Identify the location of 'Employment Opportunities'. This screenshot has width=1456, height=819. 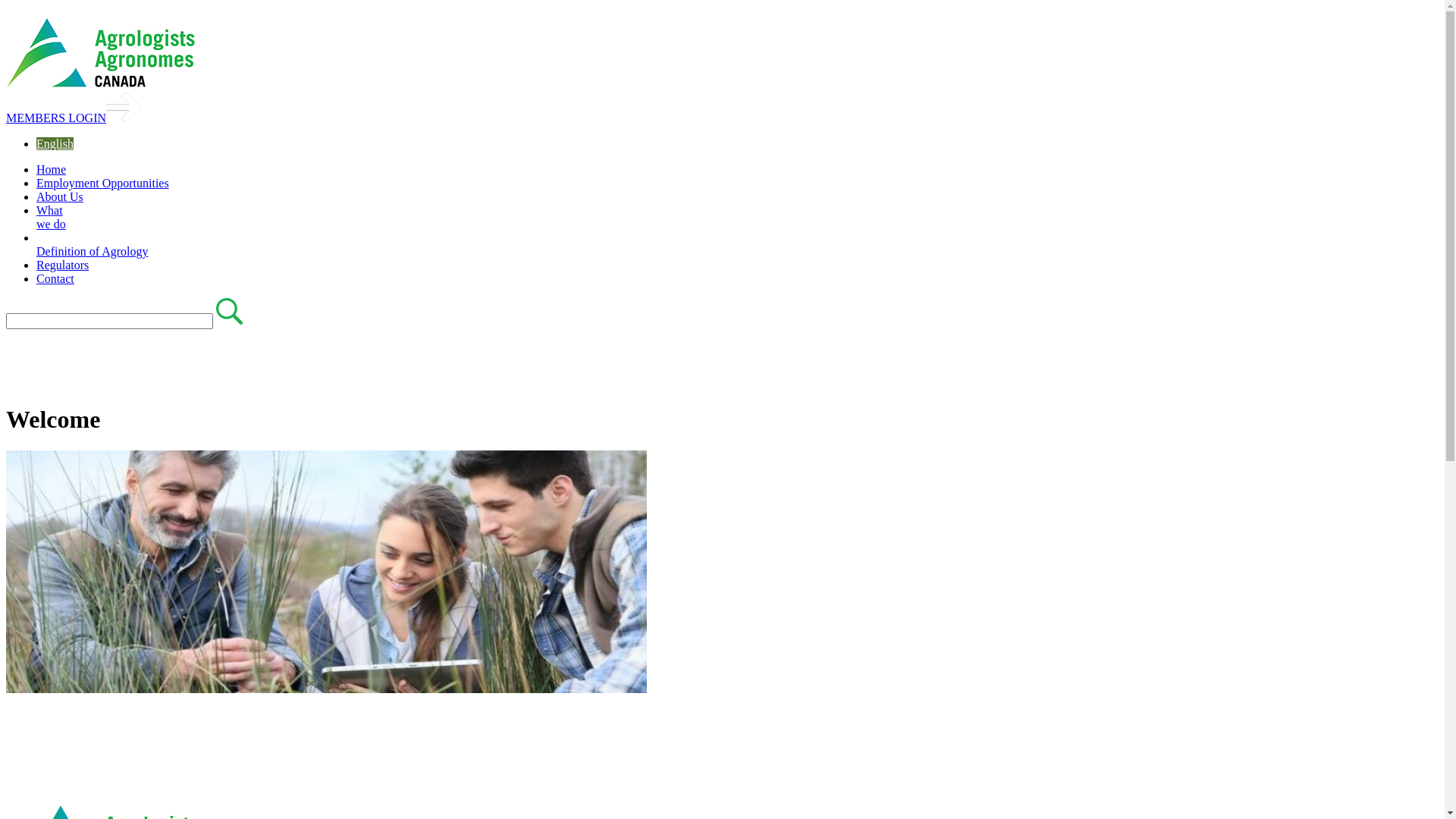
(102, 182).